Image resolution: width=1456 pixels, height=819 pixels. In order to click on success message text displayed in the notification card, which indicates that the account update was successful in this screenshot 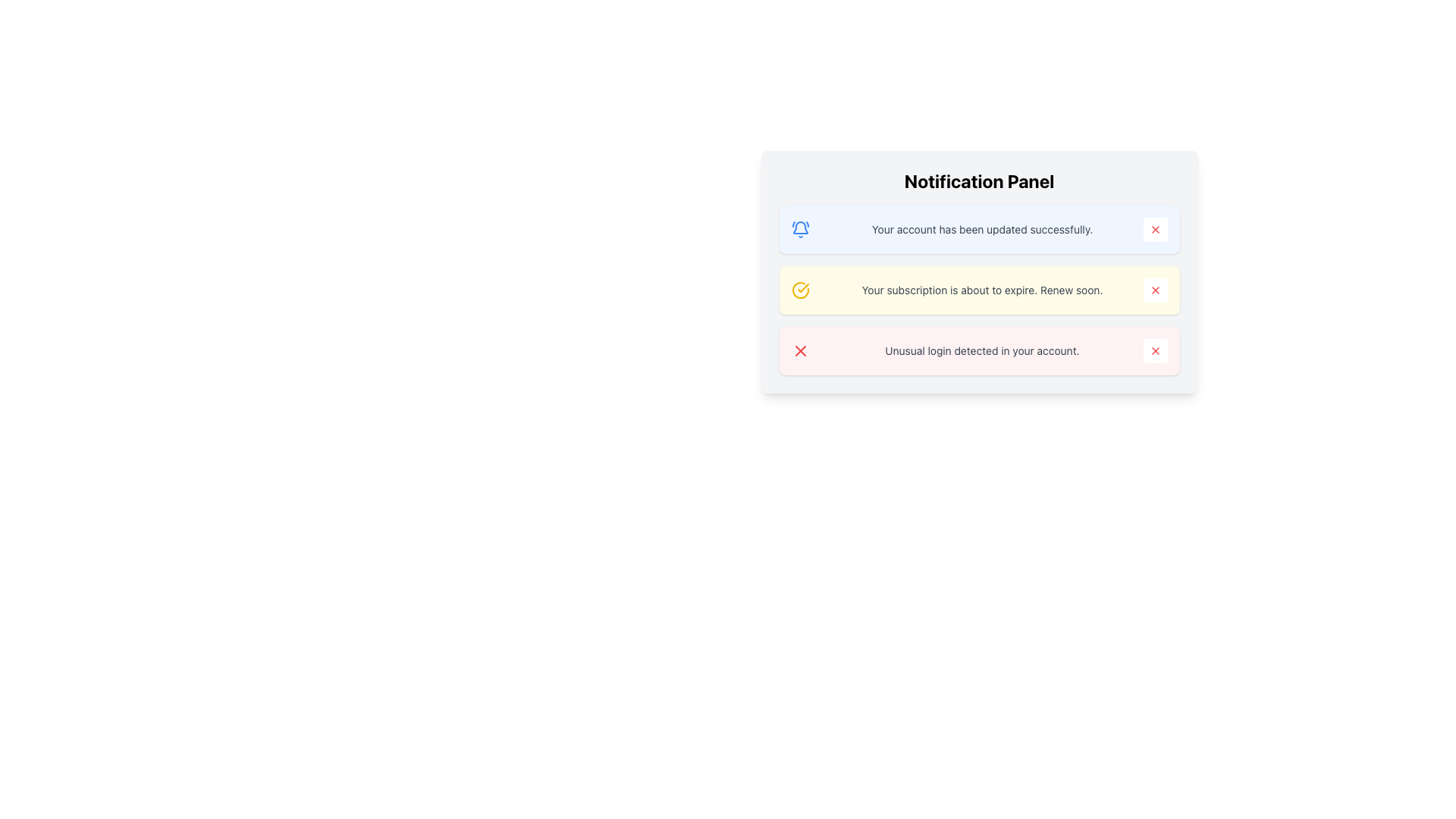, I will do `click(982, 230)`.